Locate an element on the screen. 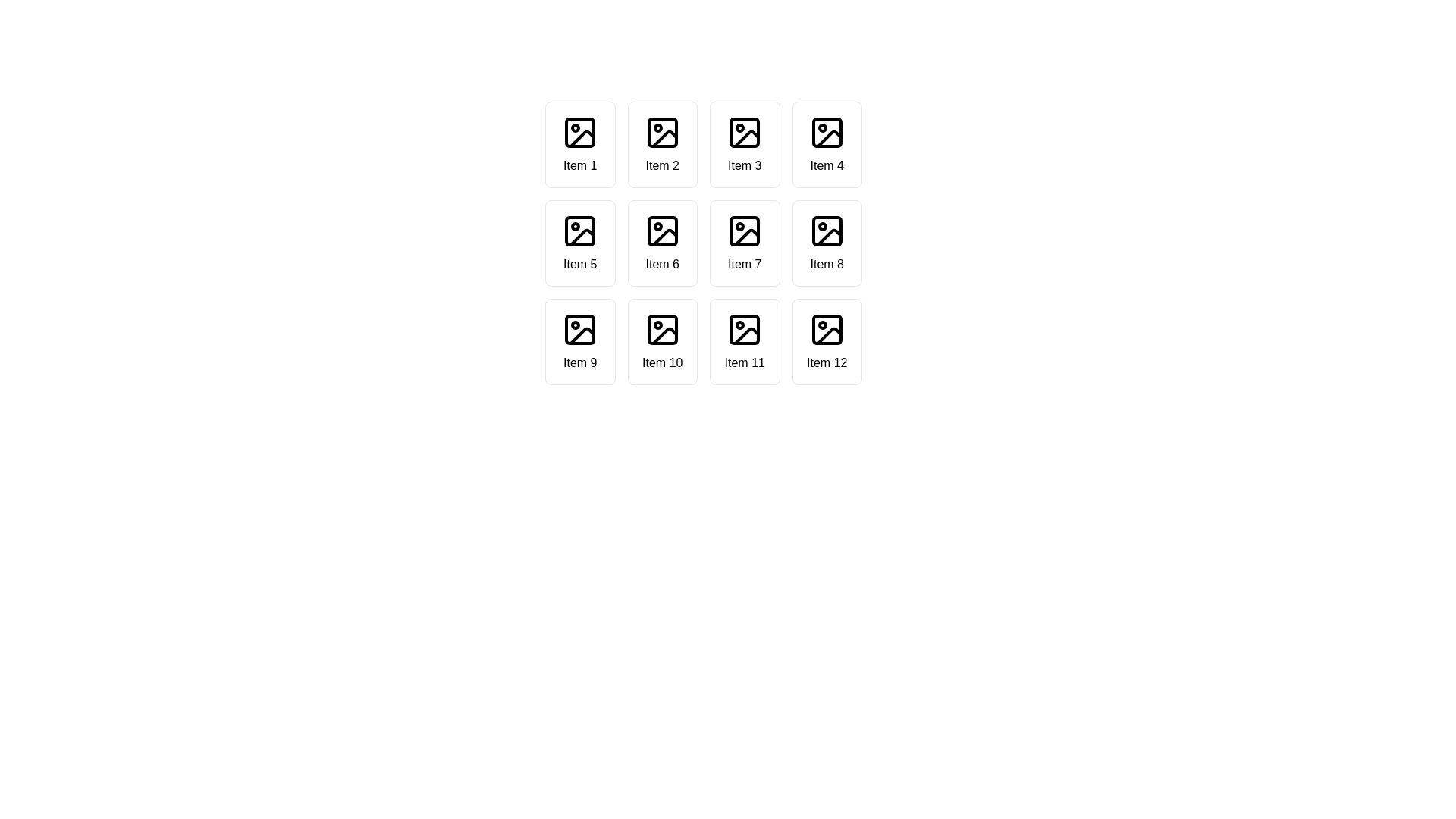  the graphic element that represents the frame or outline of a picture within the icon of the seventh grid item labeled 'Item 7' in the third row of a four-by-three grid is located at coordinates (745, 231).